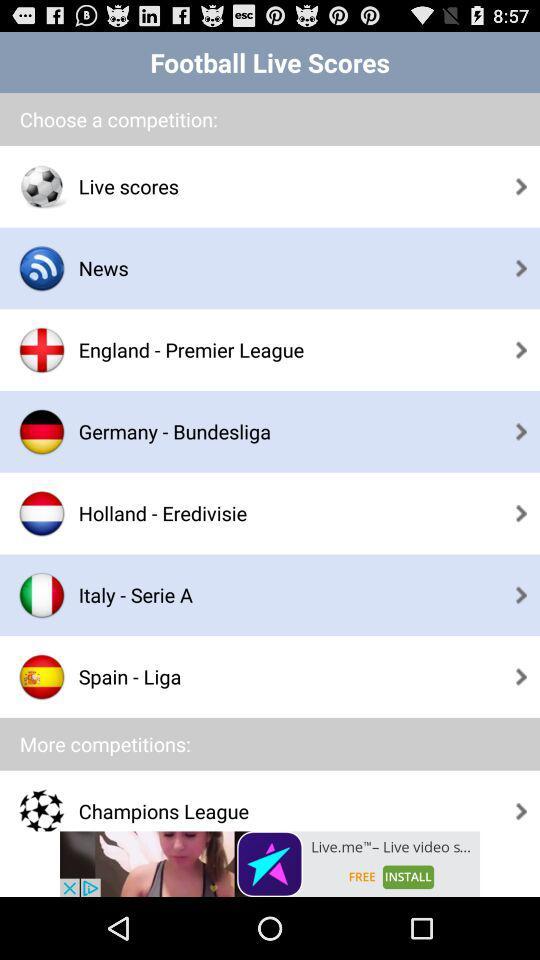 This screenshot has width=540, height=960. Describe the element at coordinates (270, 863) in the screenshot. I see `advertisent page` at that location.